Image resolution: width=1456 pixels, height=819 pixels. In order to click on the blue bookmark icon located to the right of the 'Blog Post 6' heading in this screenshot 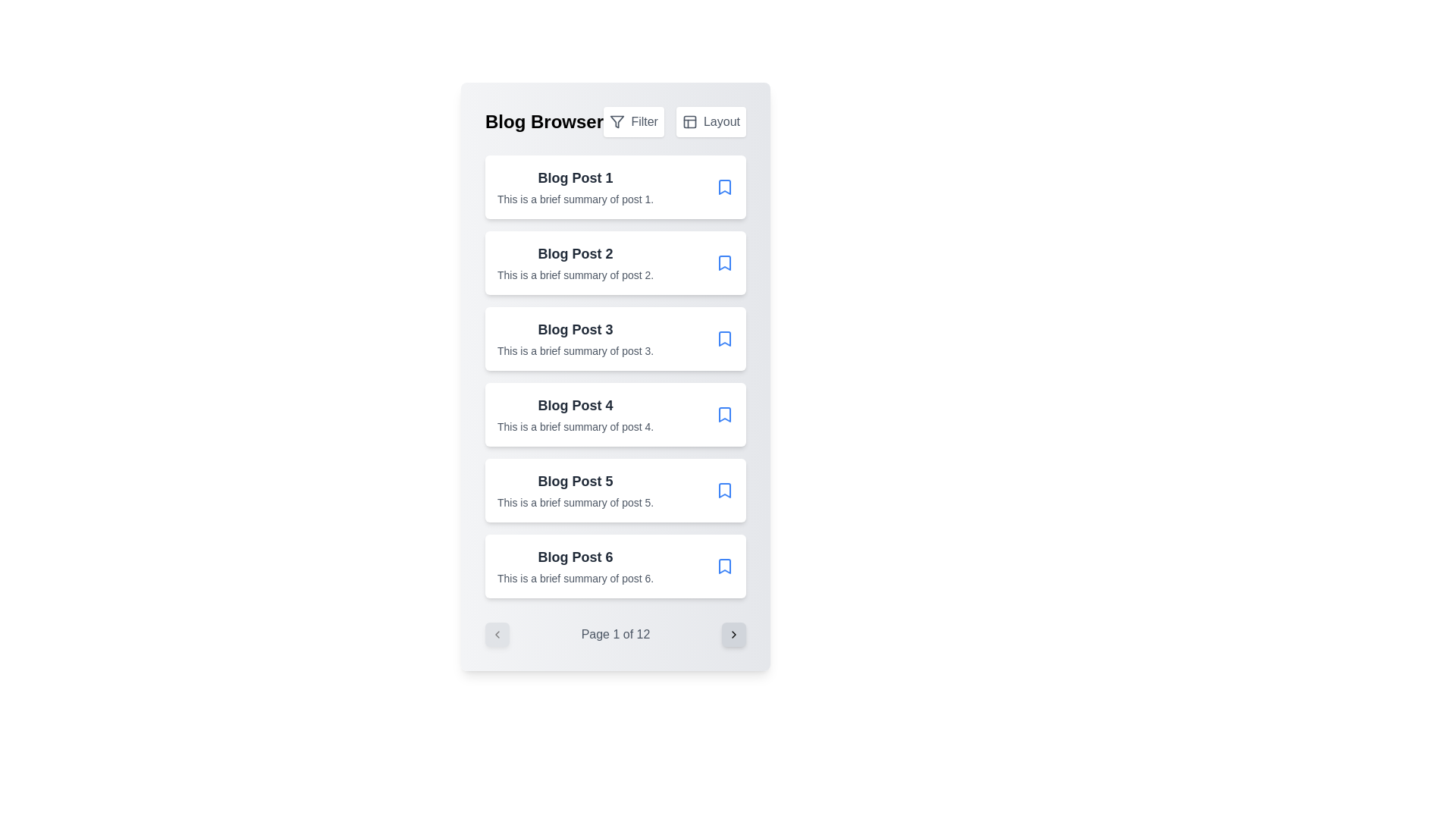, I will do `click(723, 566)`.